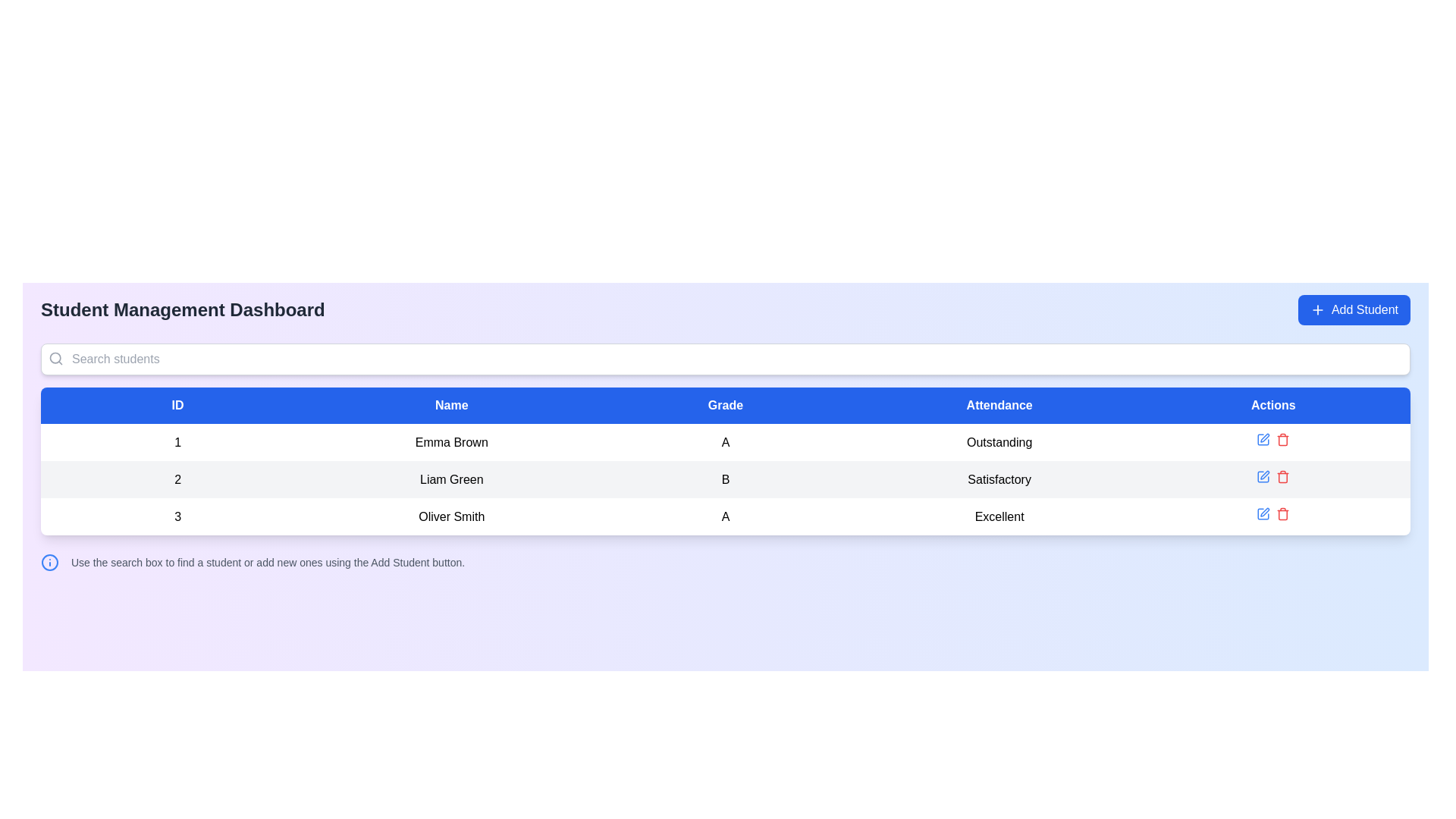 This screenshot has width=1456, height=819. Describe the element at coordinates (1316, 309) in the screenshot. I see `the '+' icon within the blue 'Add Student' button located in the top right corner of the dashboard interface` at that location.